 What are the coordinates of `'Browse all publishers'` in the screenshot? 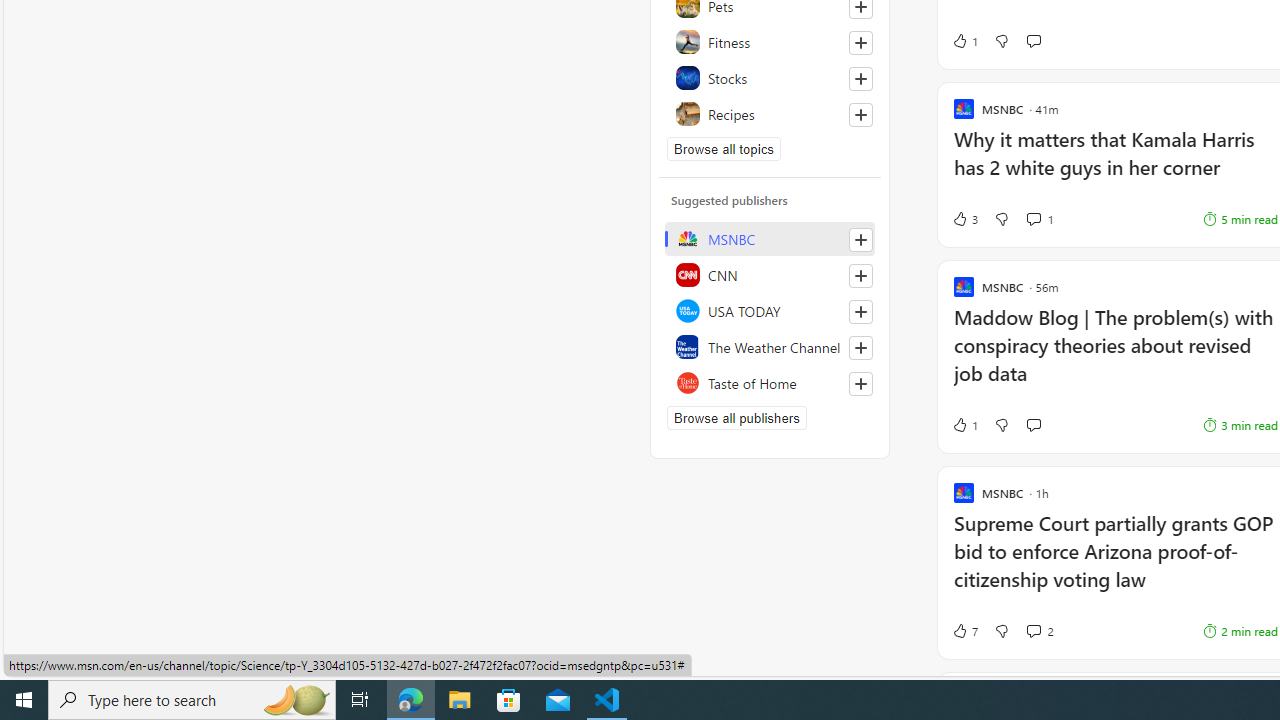 It's located at (735, 416).